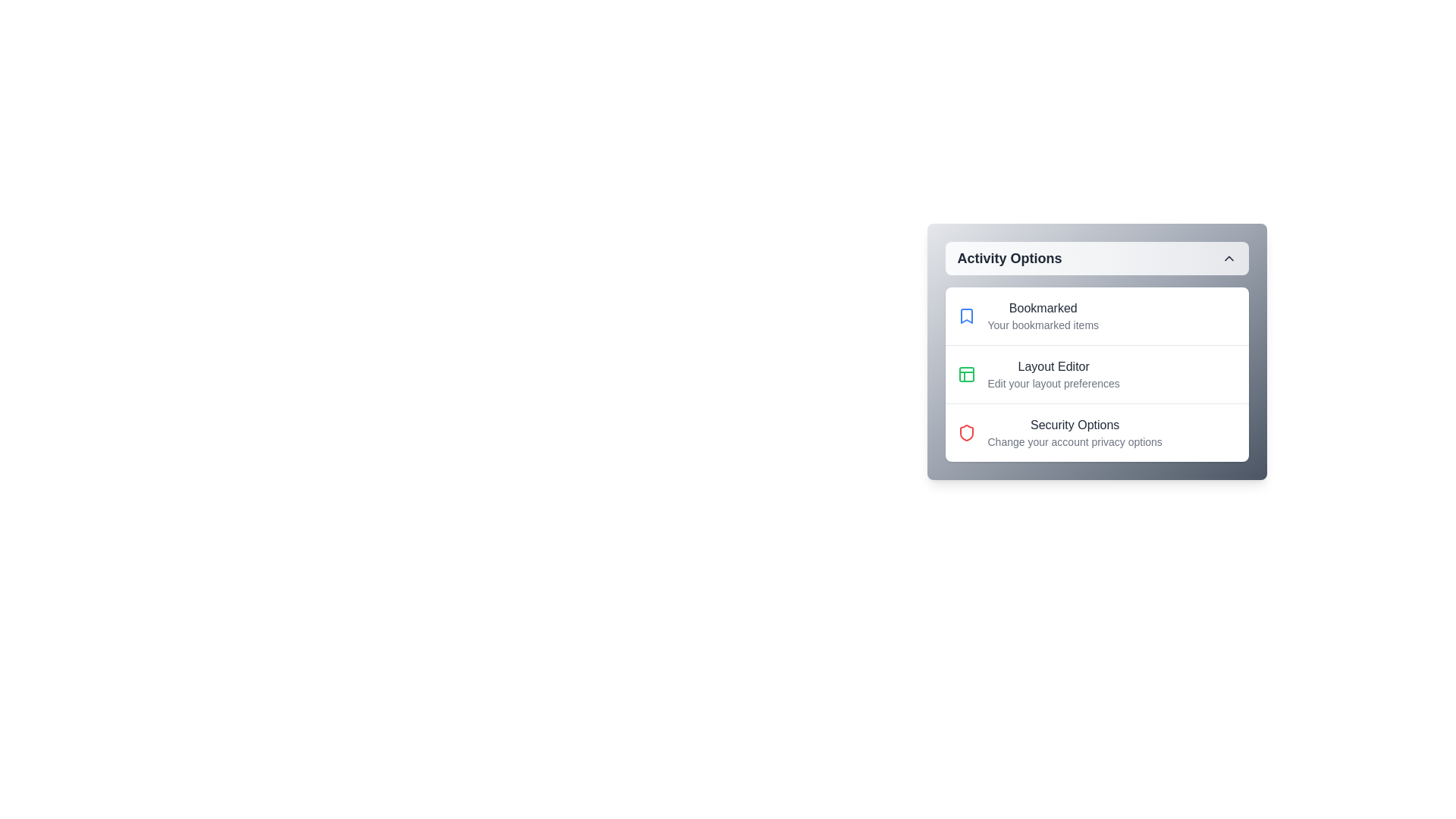  What do you see at coordinates (1053, 366) in the screenshot?
I see `the 'Layout Editor' text label, which is styled in bold dark gray and is part of the options list within the 'Activity Options' card` at bounding box center [1053, 366].